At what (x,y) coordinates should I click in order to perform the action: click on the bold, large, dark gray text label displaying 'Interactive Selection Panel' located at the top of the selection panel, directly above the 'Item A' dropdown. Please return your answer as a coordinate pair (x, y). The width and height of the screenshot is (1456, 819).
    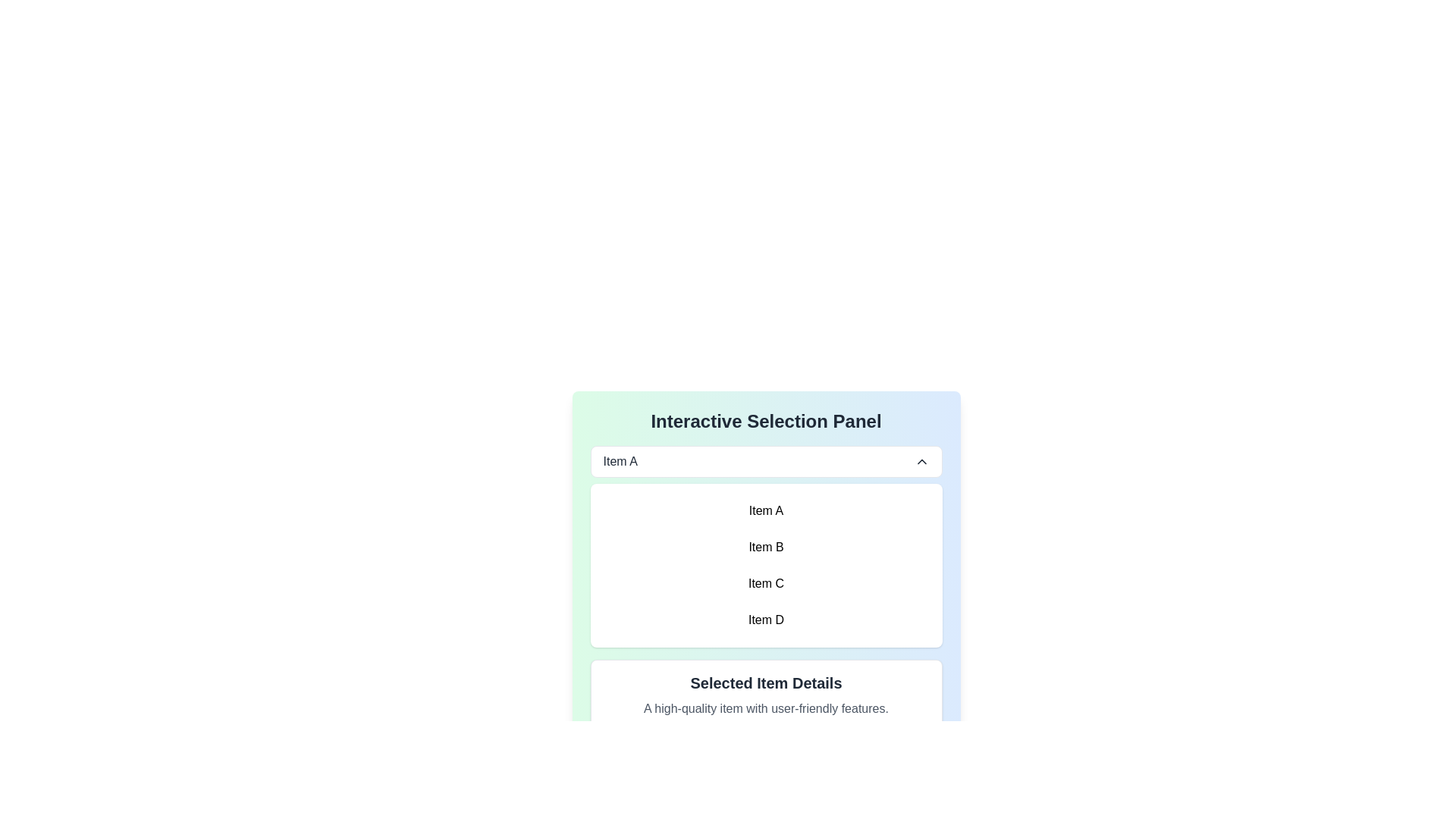
    Looking at the image, I should click on (766, 421).